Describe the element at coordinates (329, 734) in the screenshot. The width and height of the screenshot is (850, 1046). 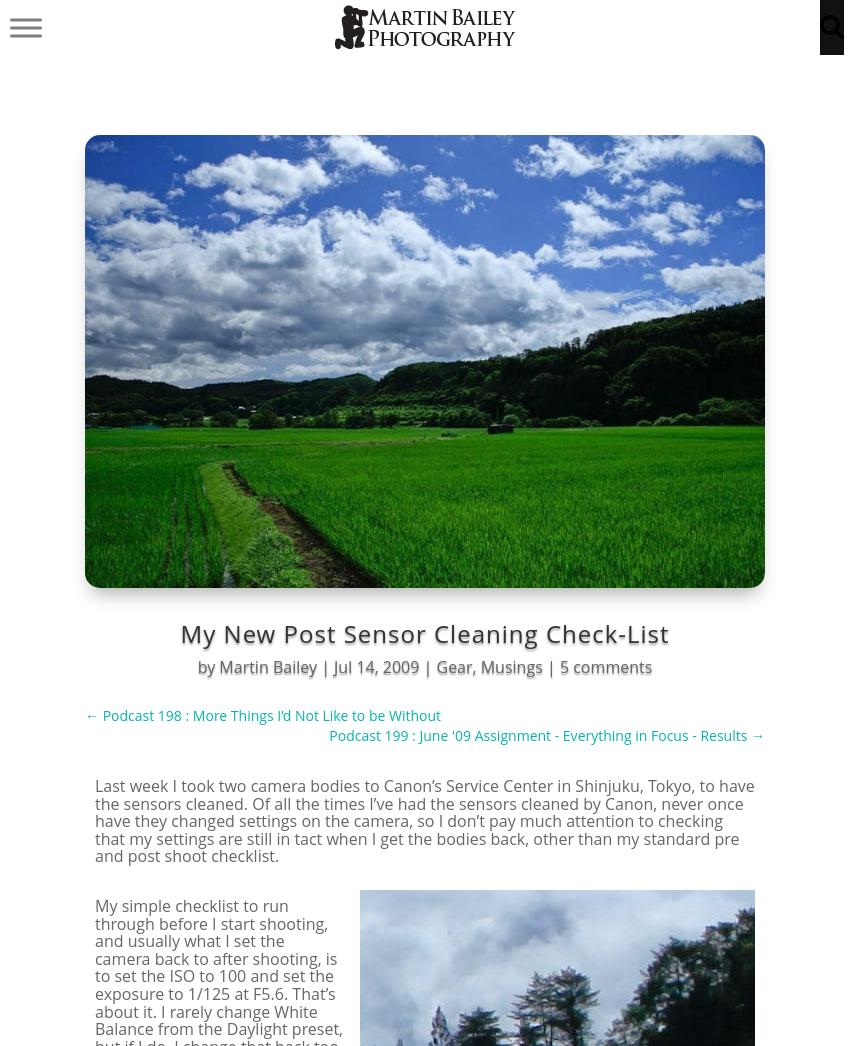
I see `'Podcast 199 : June '09 Assignment - Everything in Focus - Results'` at that location.